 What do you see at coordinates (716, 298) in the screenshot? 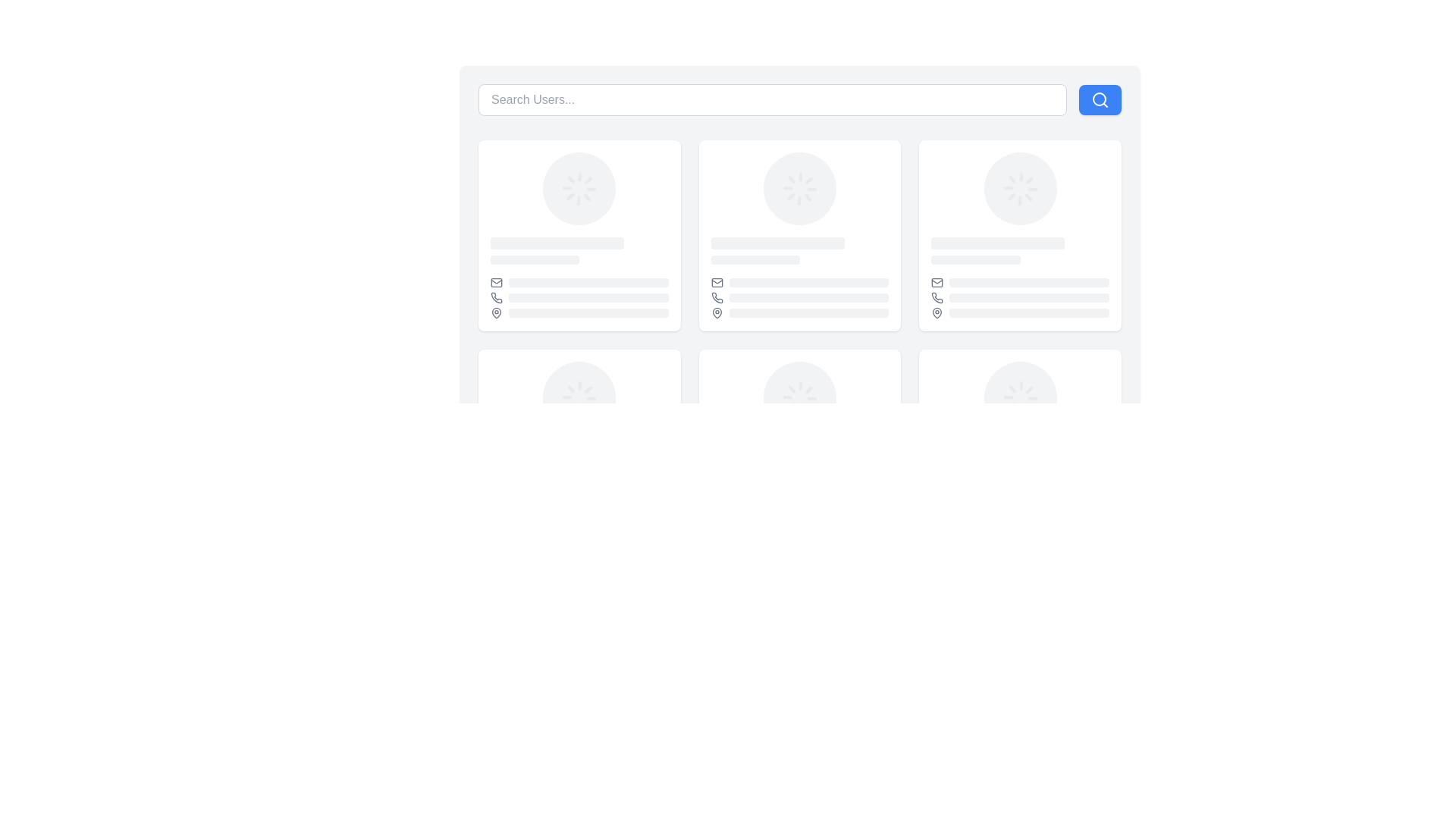
I see `the phone icon, which is a compact illustration of a telephone handset styled with a gray hue, located in the top-left segment of a card layout` at bounding box center [716, 298].